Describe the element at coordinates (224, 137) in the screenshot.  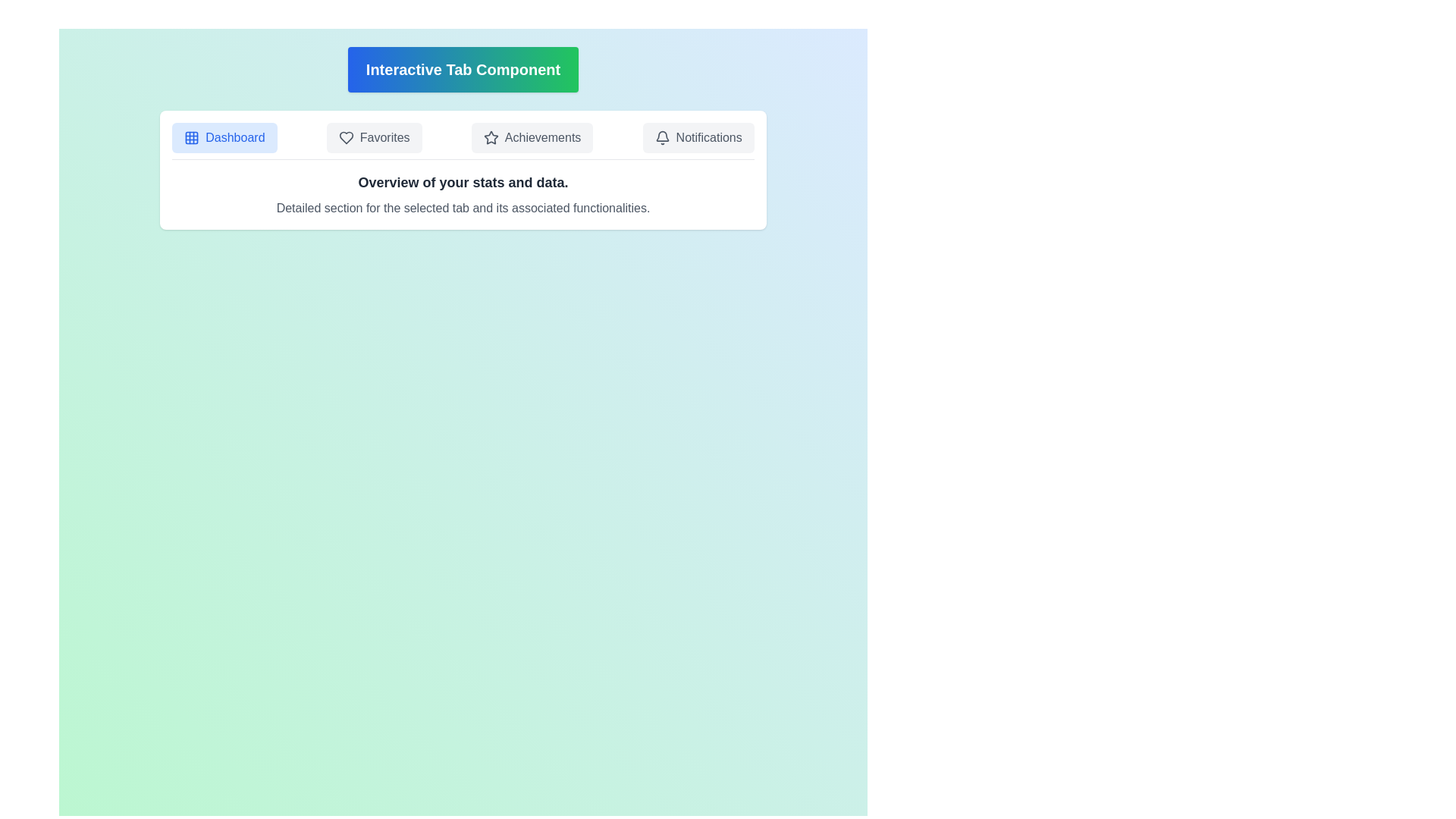
I see `the tab labeled Dashboard to view its associated content` at that location.